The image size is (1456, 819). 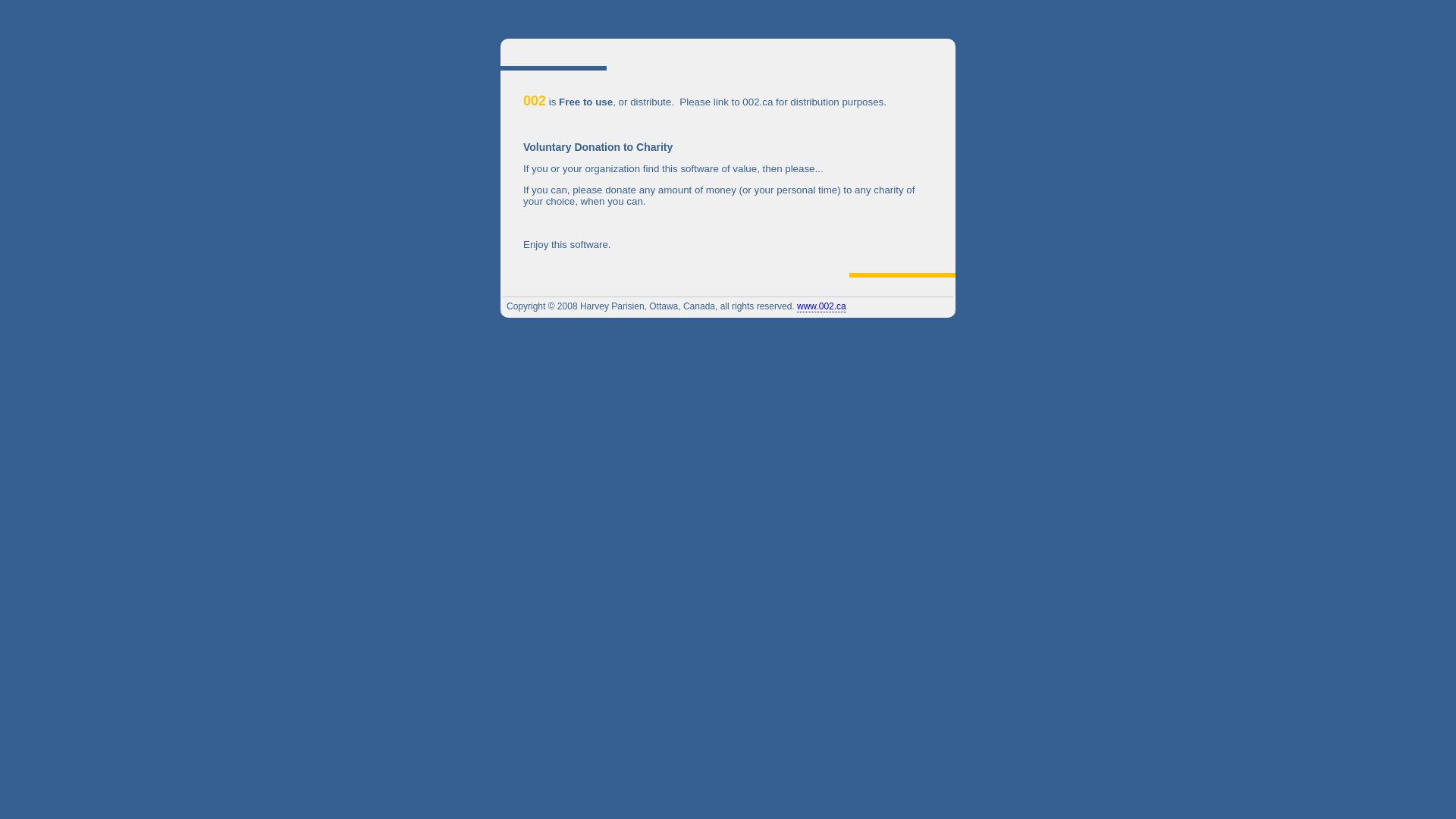 What do you see at coordinates (821, 306) in the screenshot?
I see `'www.002.ca'` at bounding box center [821, 306].